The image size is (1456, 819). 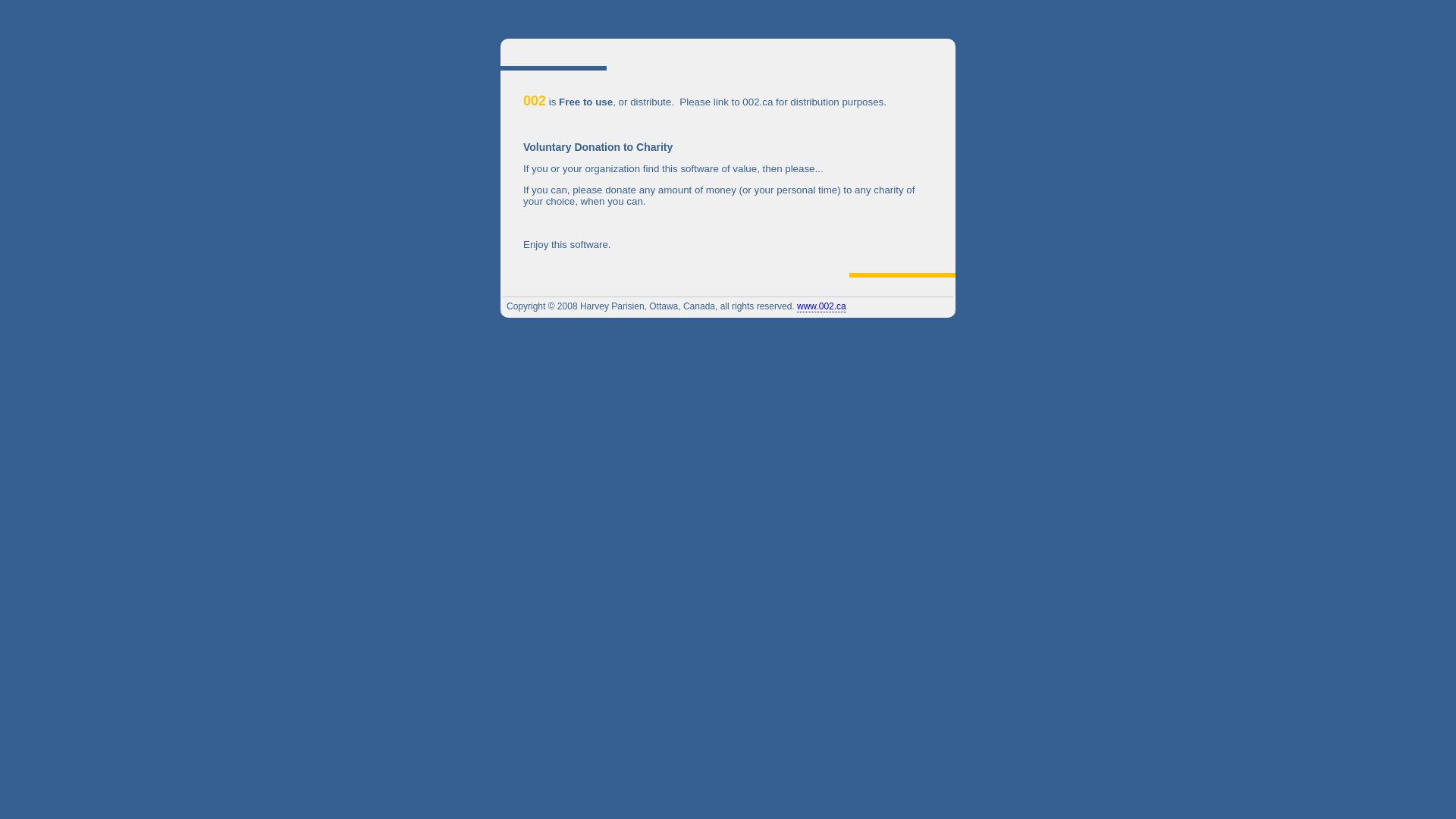 What do you see at coordinates (821, 306) in the screenshot?
I see `'www.002.ca'` at bounding box center [821, 306].